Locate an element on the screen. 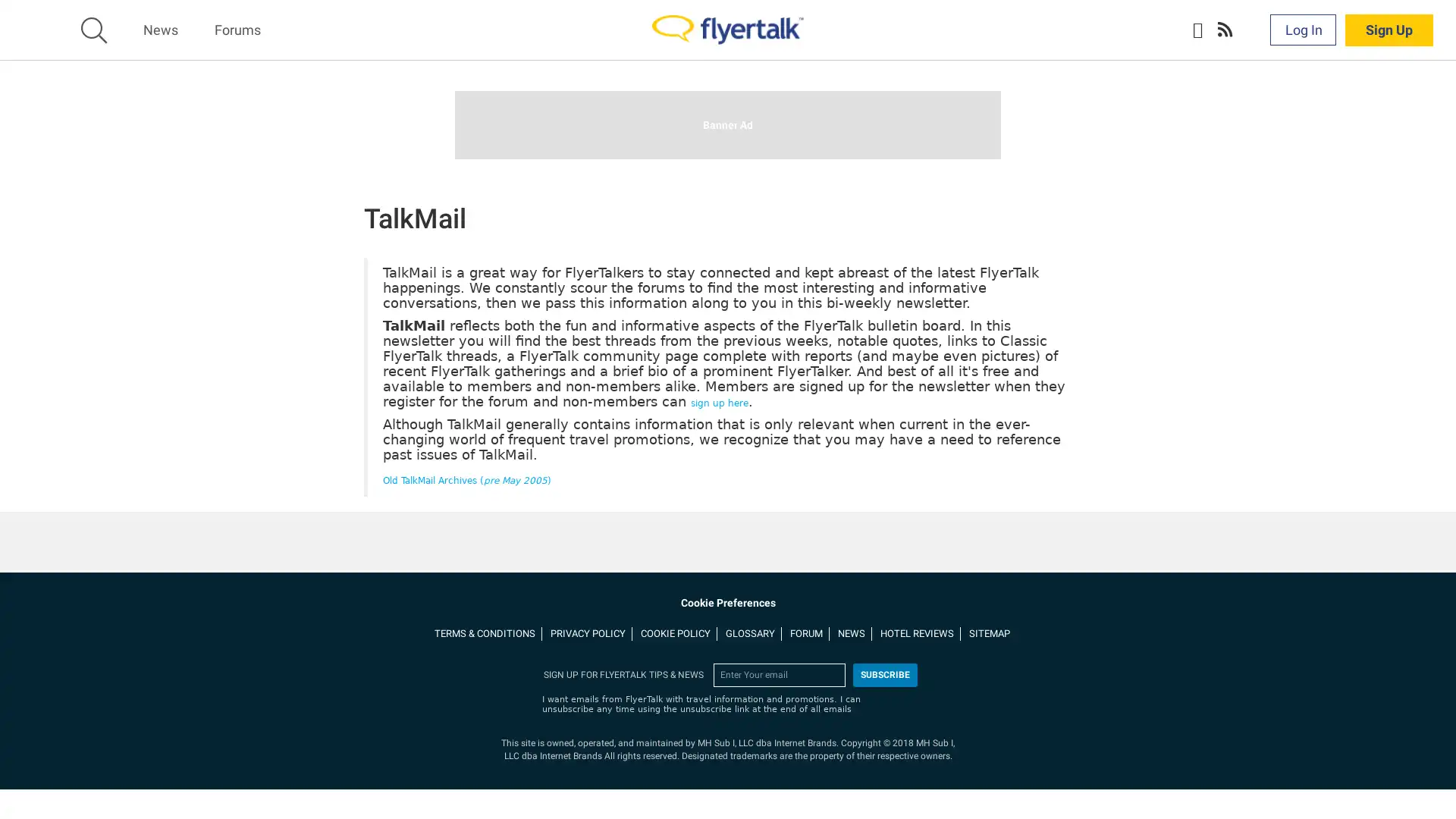 The width and height of the screenshot is (1456, 819). subscribe is located at coordinates (884, 742).